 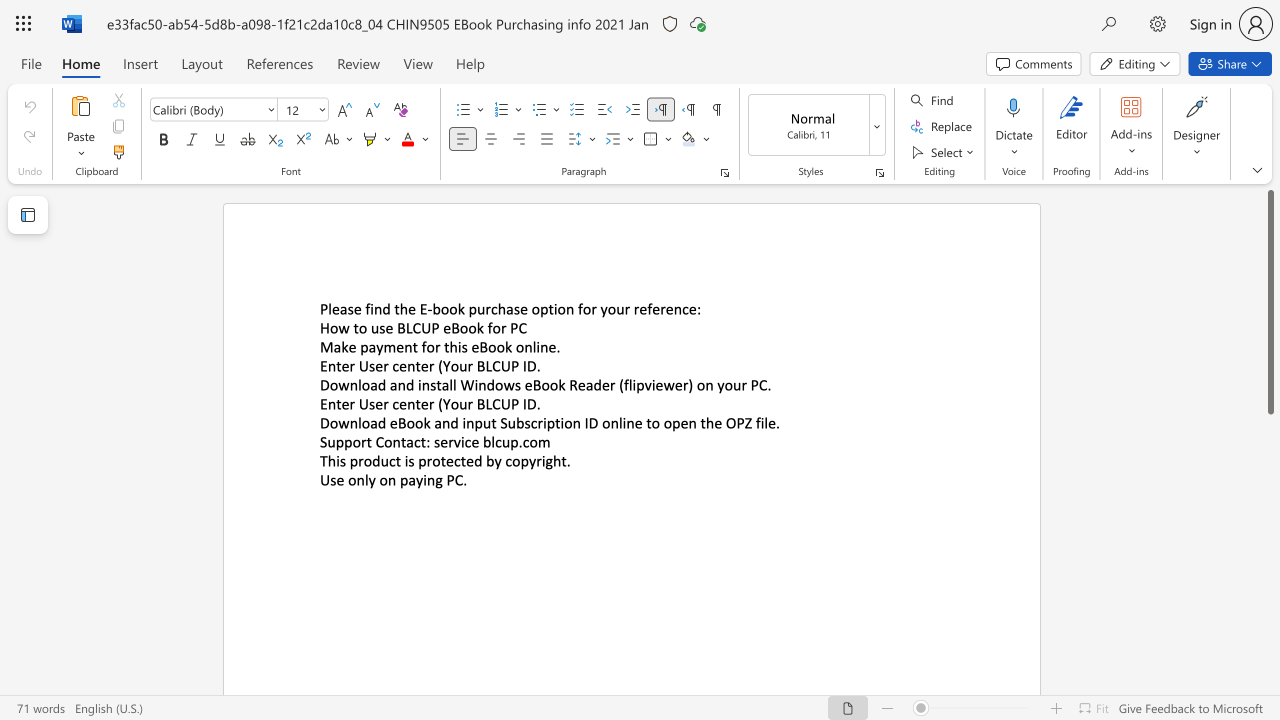 What do you see at coordinates (1269, 580) in the screenshot?
I see `the scrollbar to scroll the page down` at bounding box center [1269, 580].